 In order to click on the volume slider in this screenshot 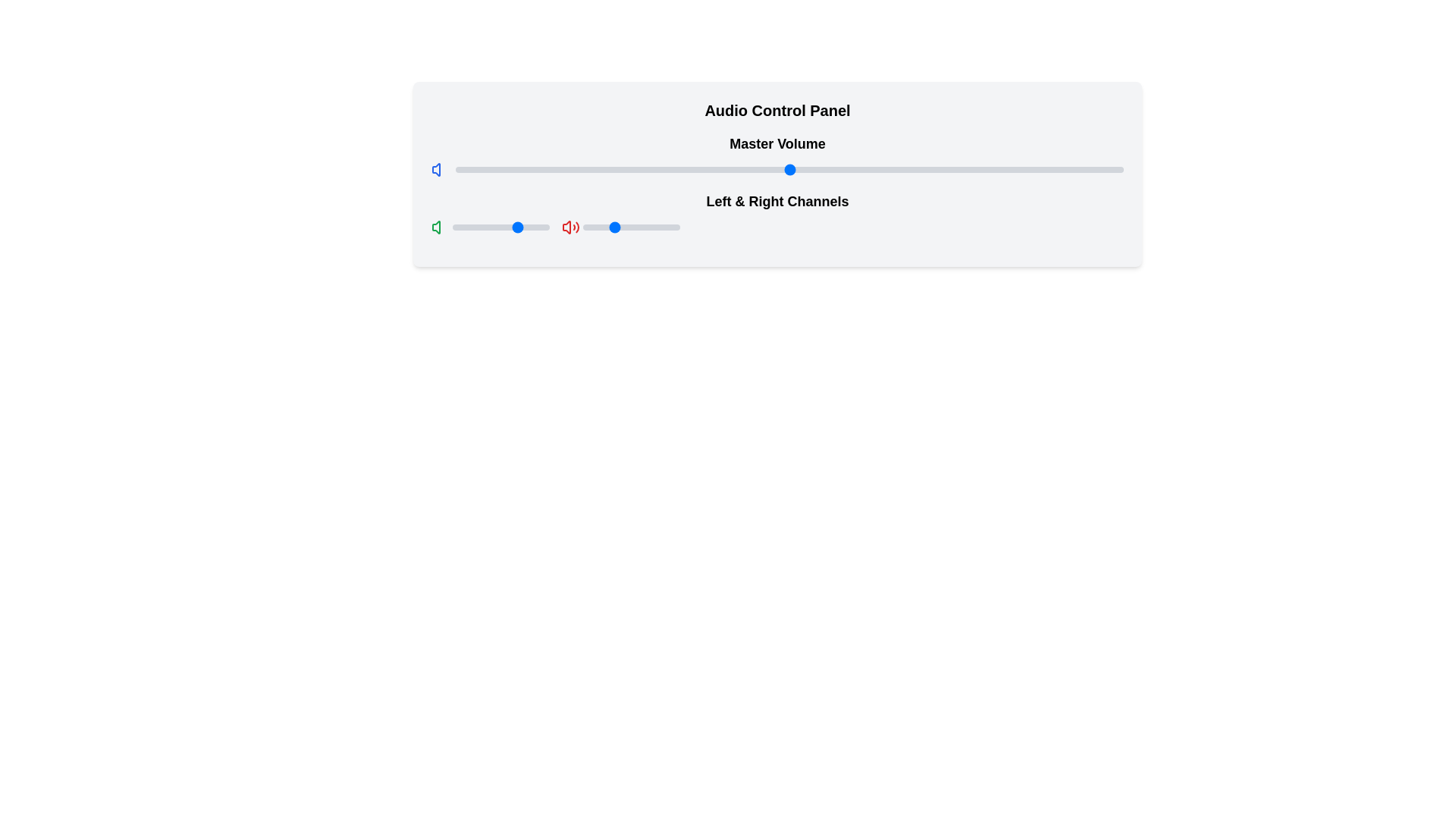, I will do `click(1076, 166)`.